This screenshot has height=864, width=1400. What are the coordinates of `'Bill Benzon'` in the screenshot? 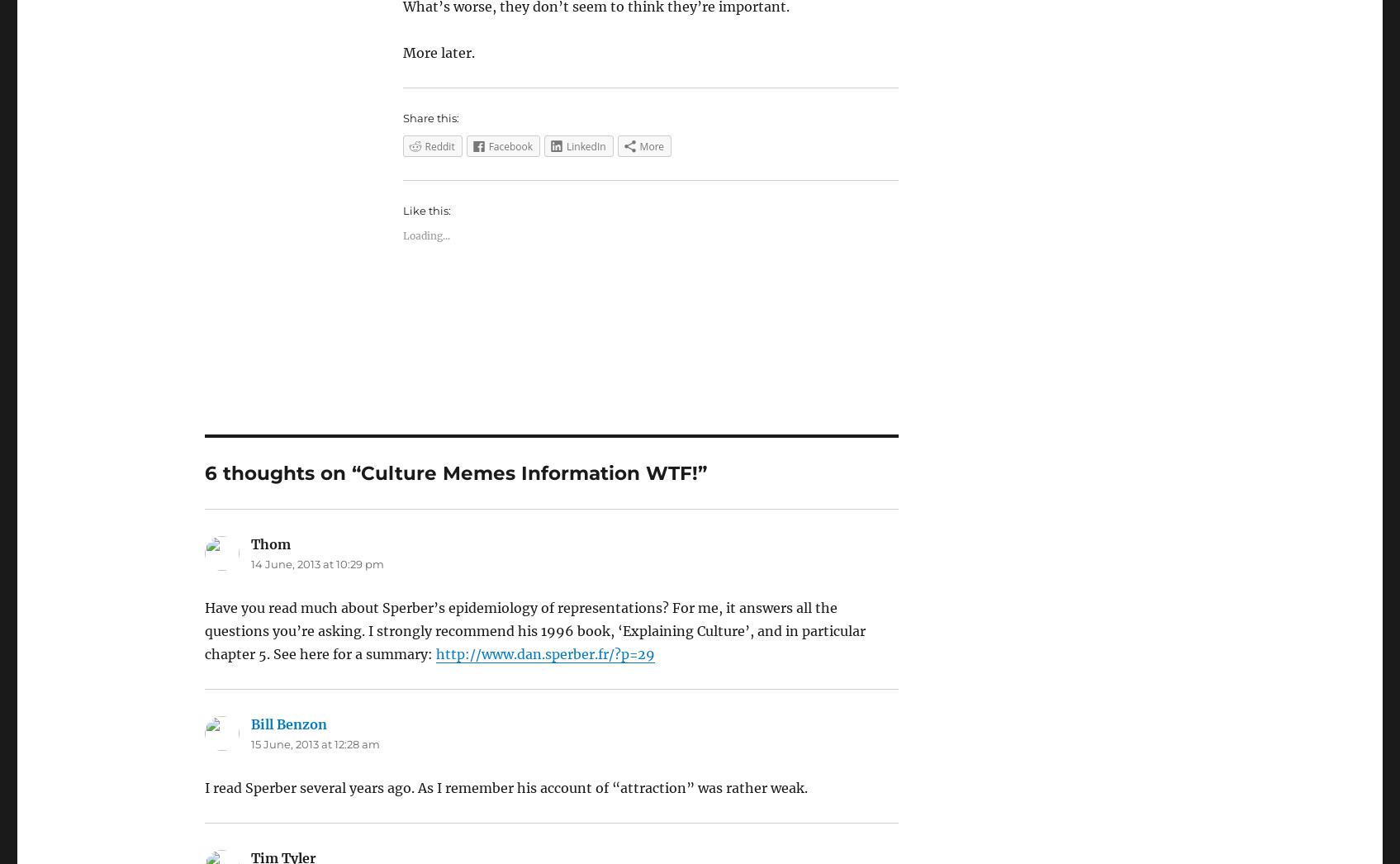 It's located at (250, 723).